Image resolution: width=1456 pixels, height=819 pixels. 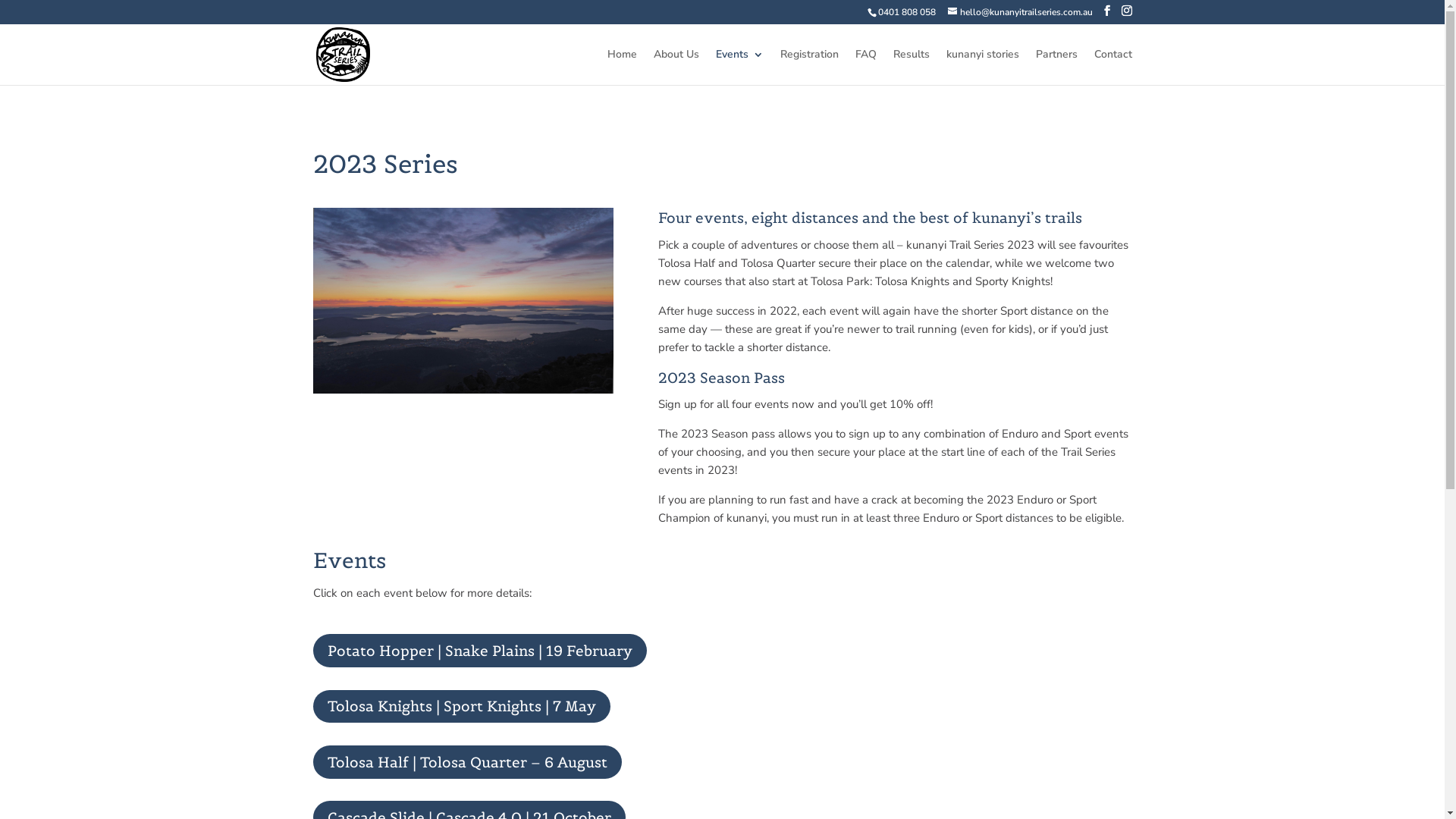 I want to click on 'kunanyi stories', so click(x=983, y=66).